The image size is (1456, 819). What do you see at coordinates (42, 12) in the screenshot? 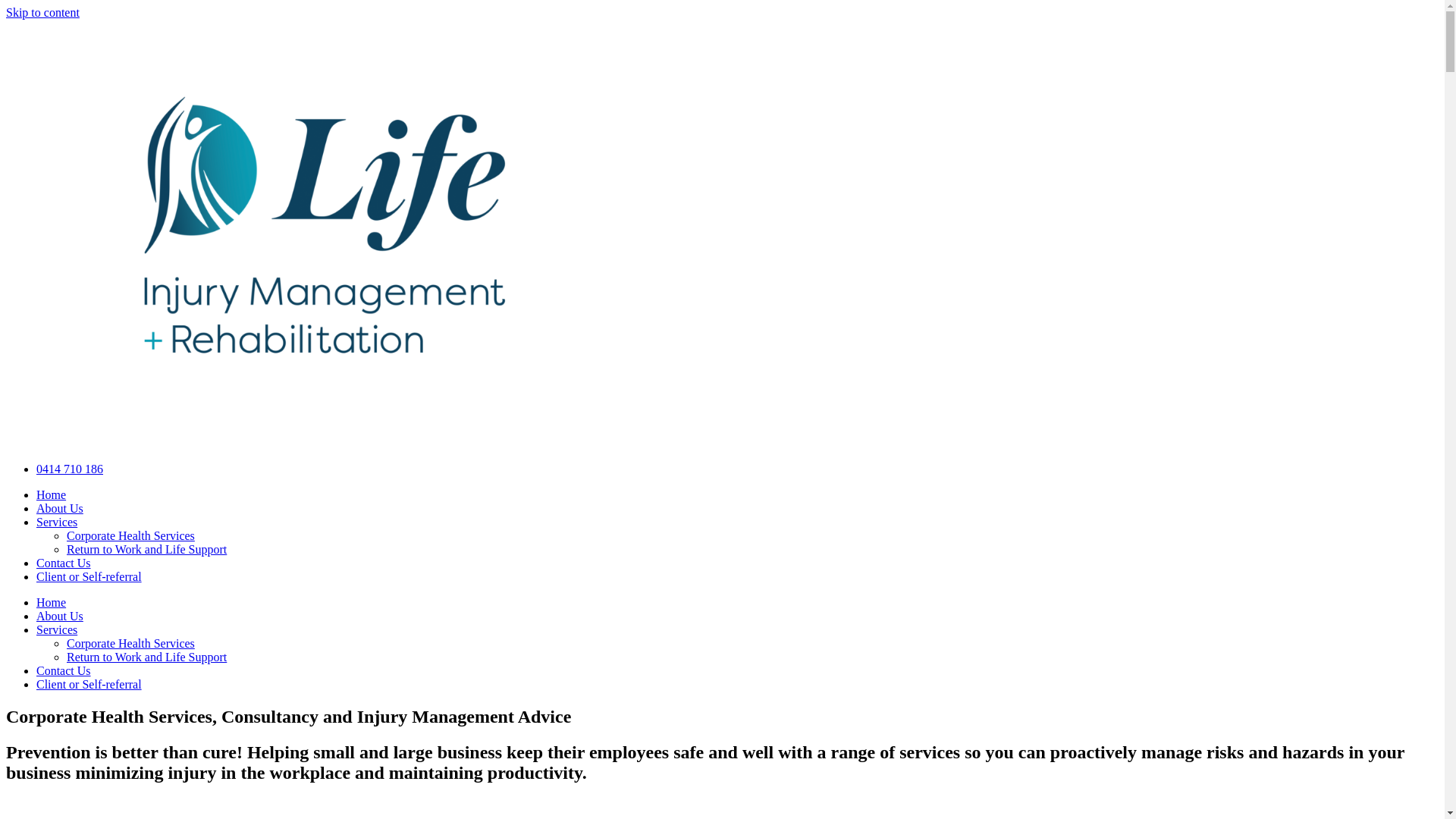
I see `'Skip to content'` at bounding box center [42, 12].